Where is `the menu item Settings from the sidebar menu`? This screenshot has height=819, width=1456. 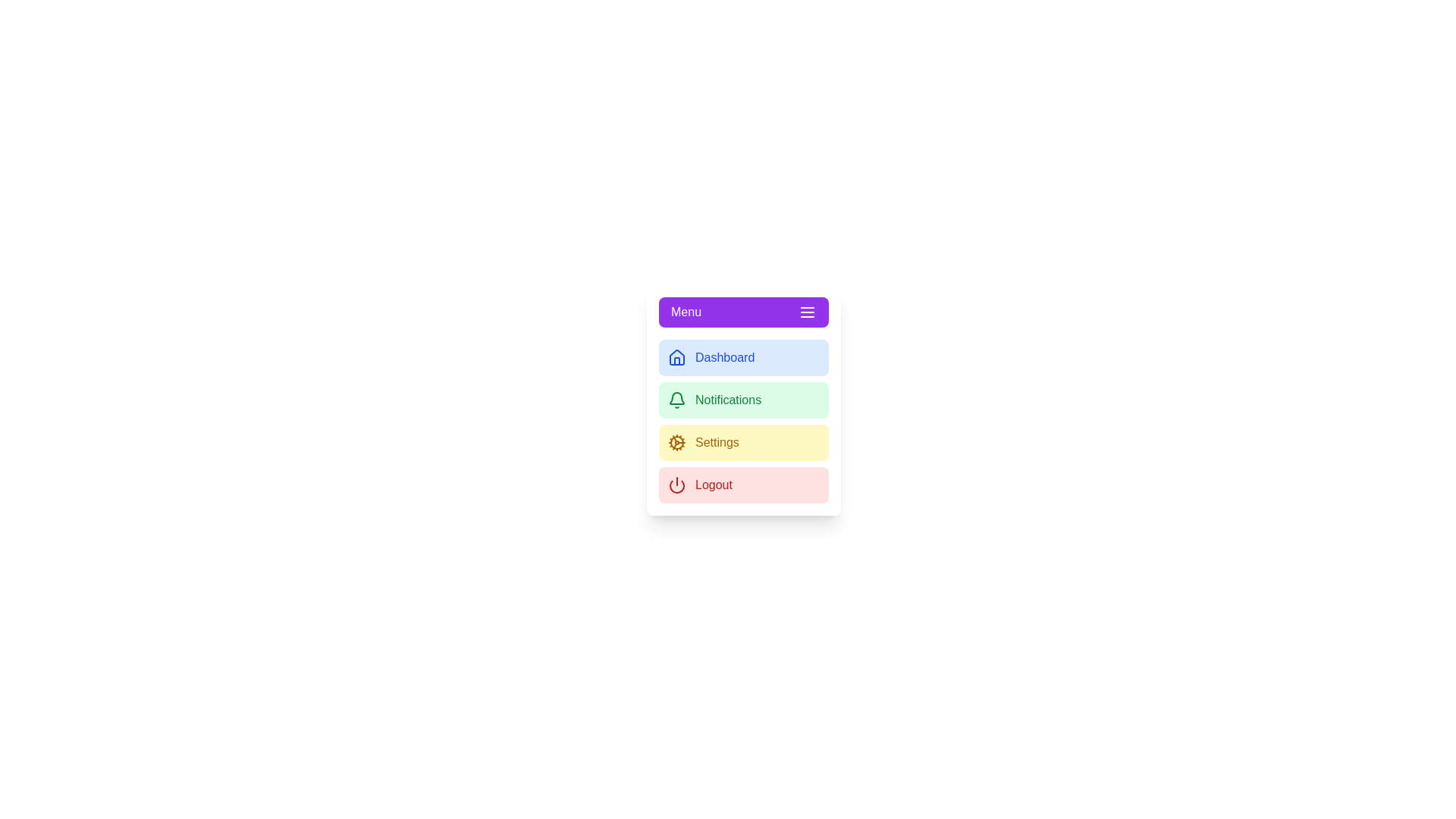
the menu item Settings from the sidebar menu is located at coordinates (743, 442).